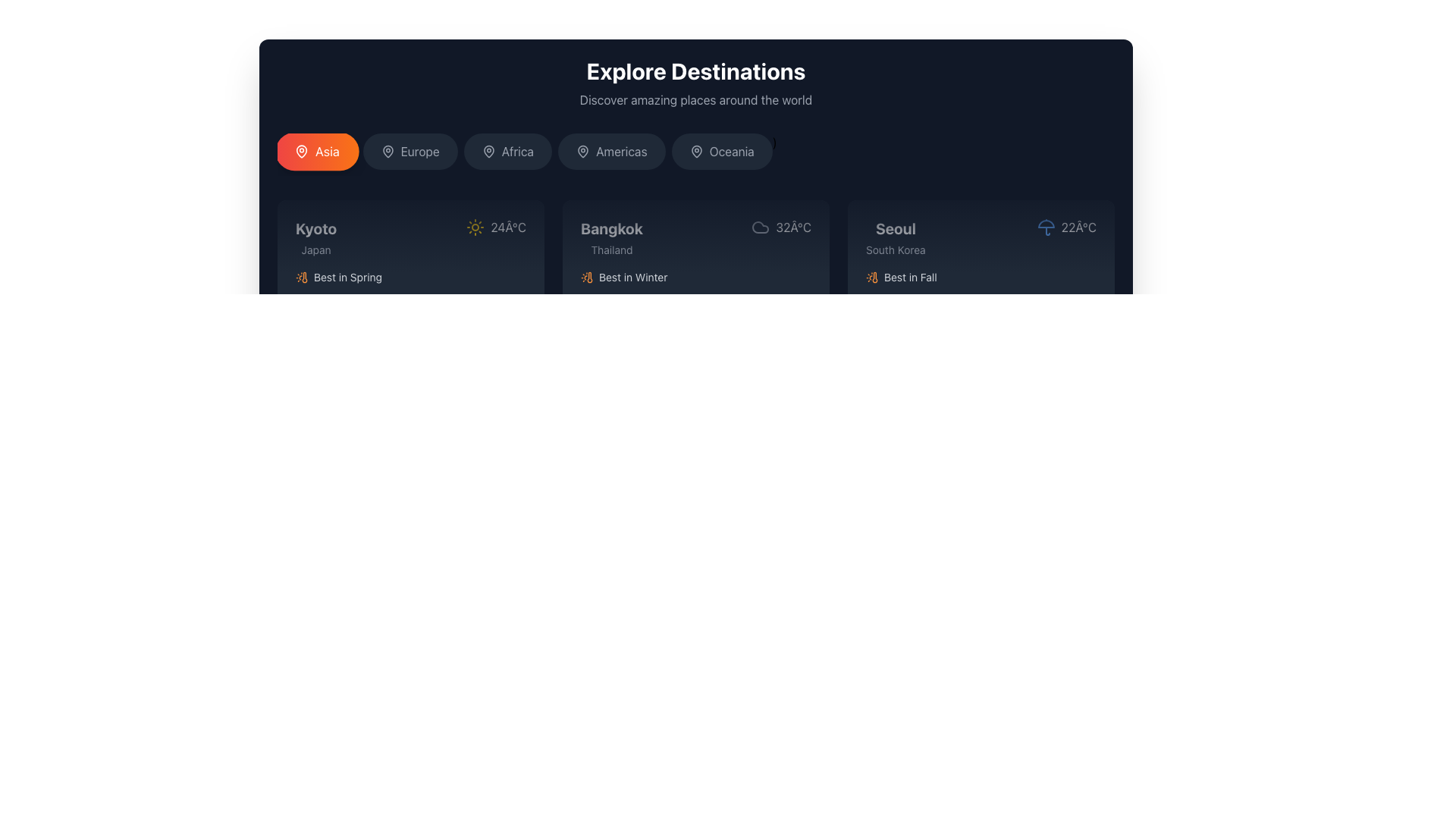 This screenshot has width=1456, height=819. What do you see at coordinates (347, 278) in the screenshot?
I see `text label displaying 'Best in Spring' located in the Kyoto section of the grid layout` at bounding box center [347, 278].